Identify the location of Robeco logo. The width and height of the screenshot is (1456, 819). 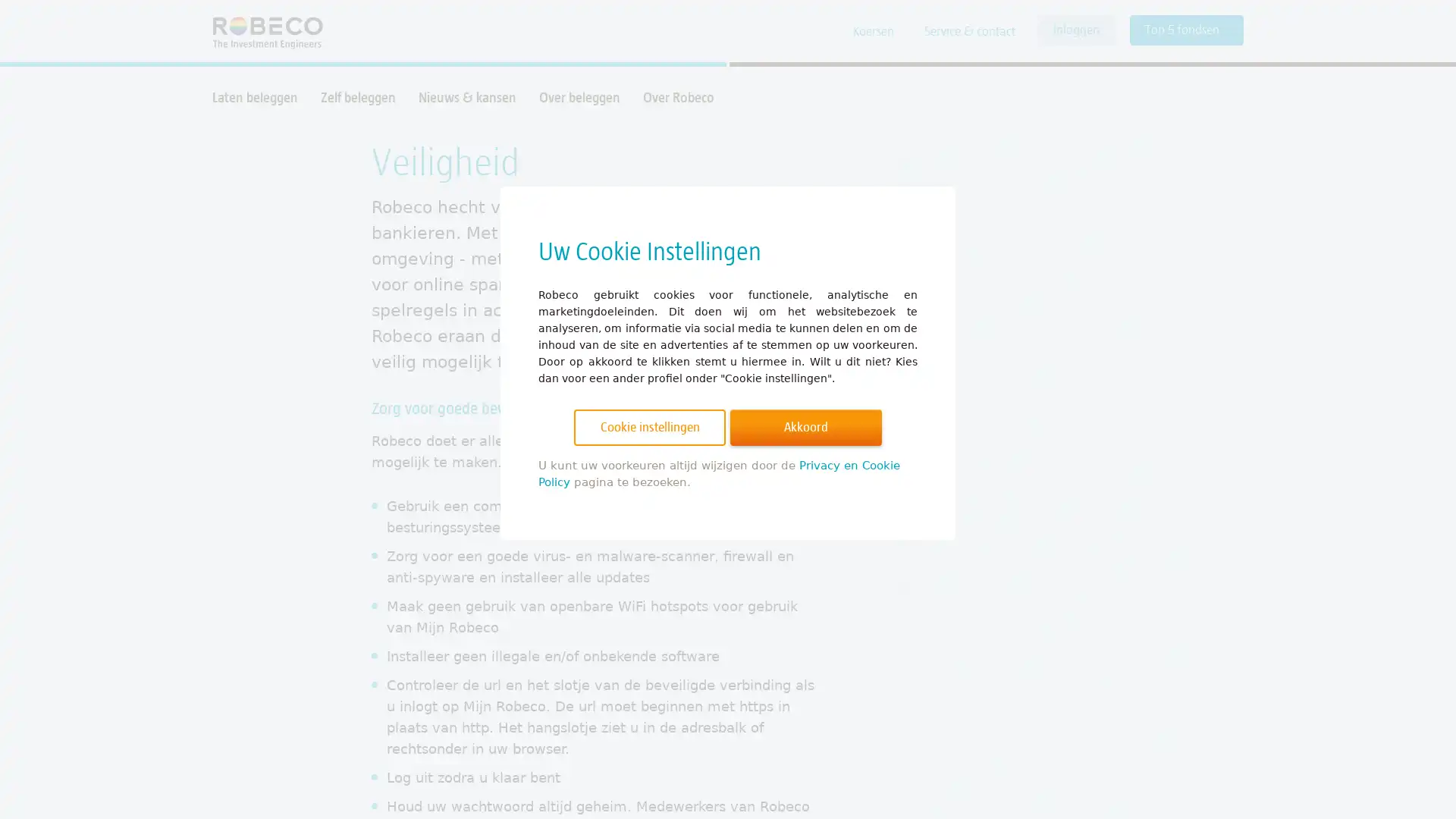
(260, 31).